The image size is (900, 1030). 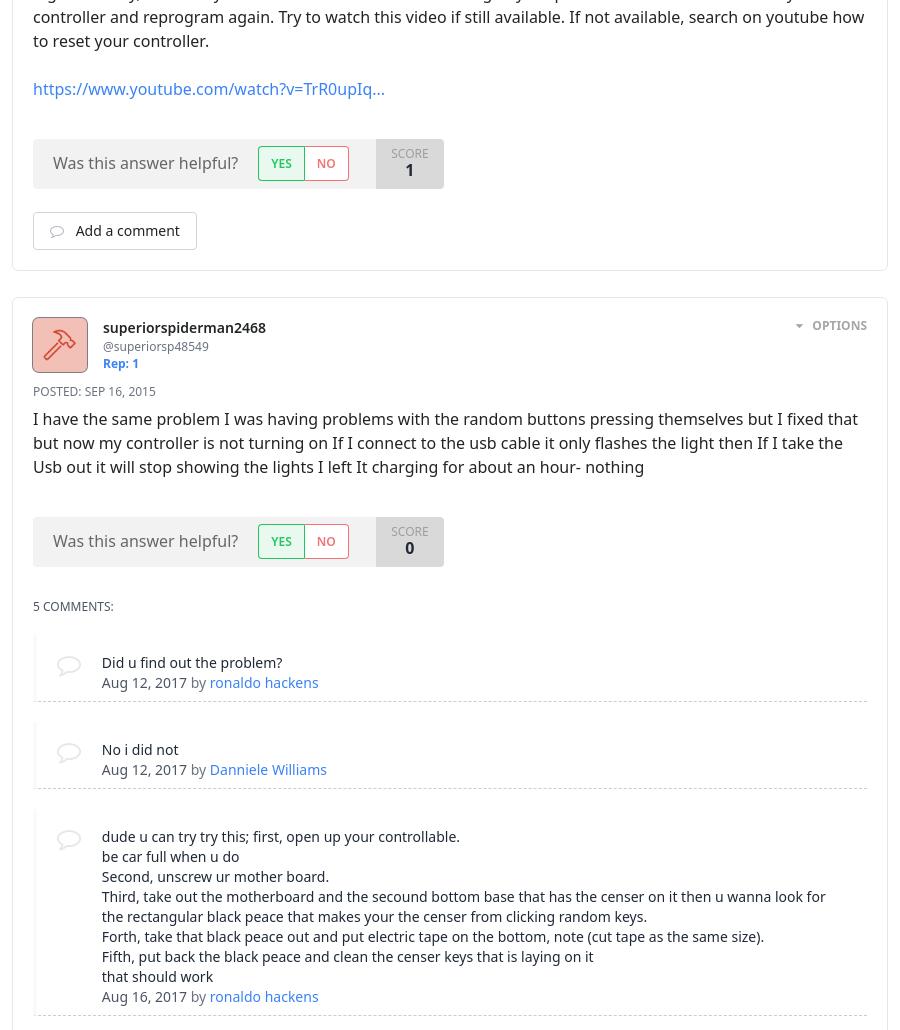 I want to click on 'Posted:', so click(x=57, y=390).